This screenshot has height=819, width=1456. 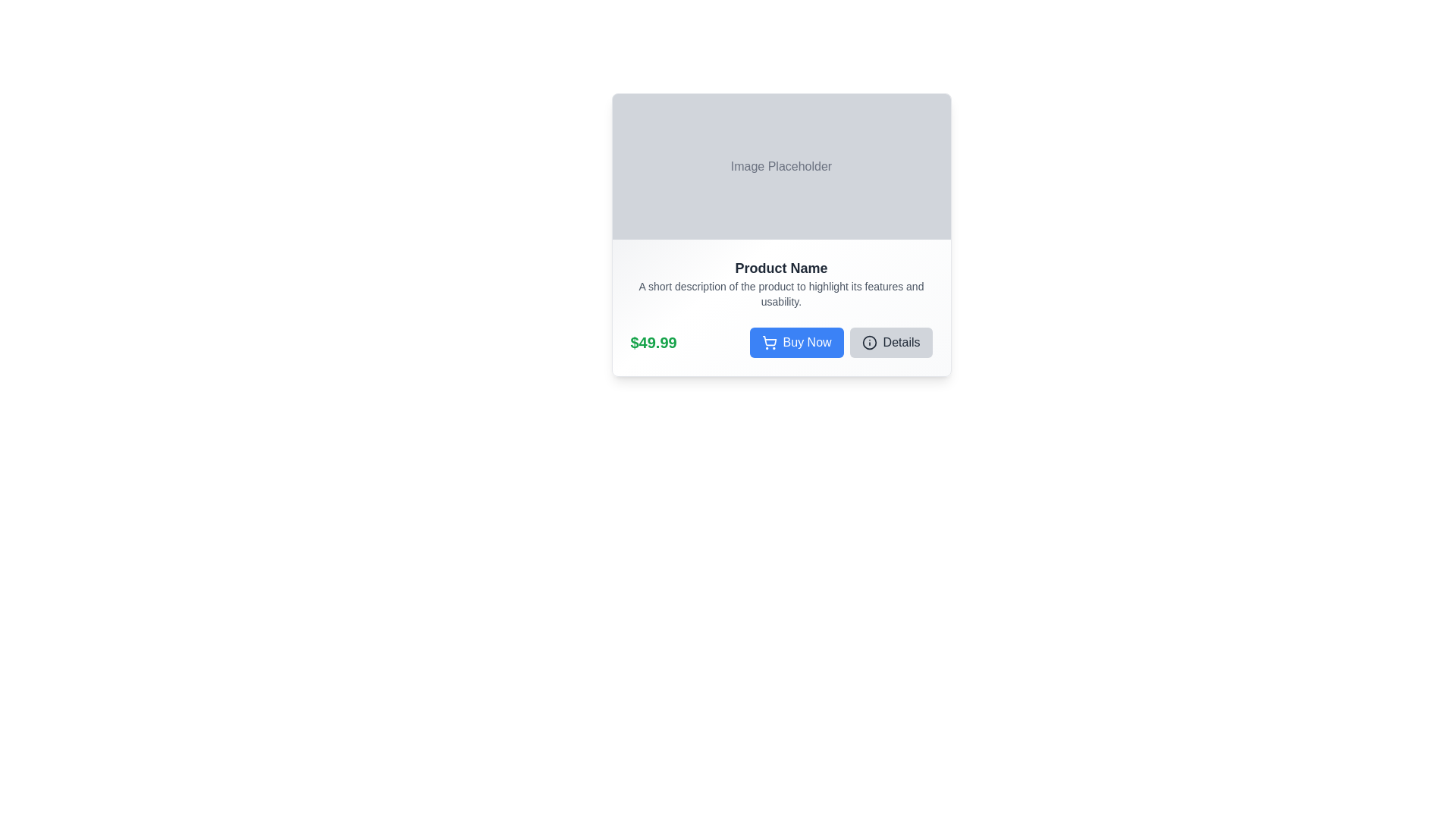 I want to click on the information icon, which is a circular icon with an 'i' inside, located to the left of the 'Details' label on the button in the lower right of the product information card, so click(x=869, y=342).